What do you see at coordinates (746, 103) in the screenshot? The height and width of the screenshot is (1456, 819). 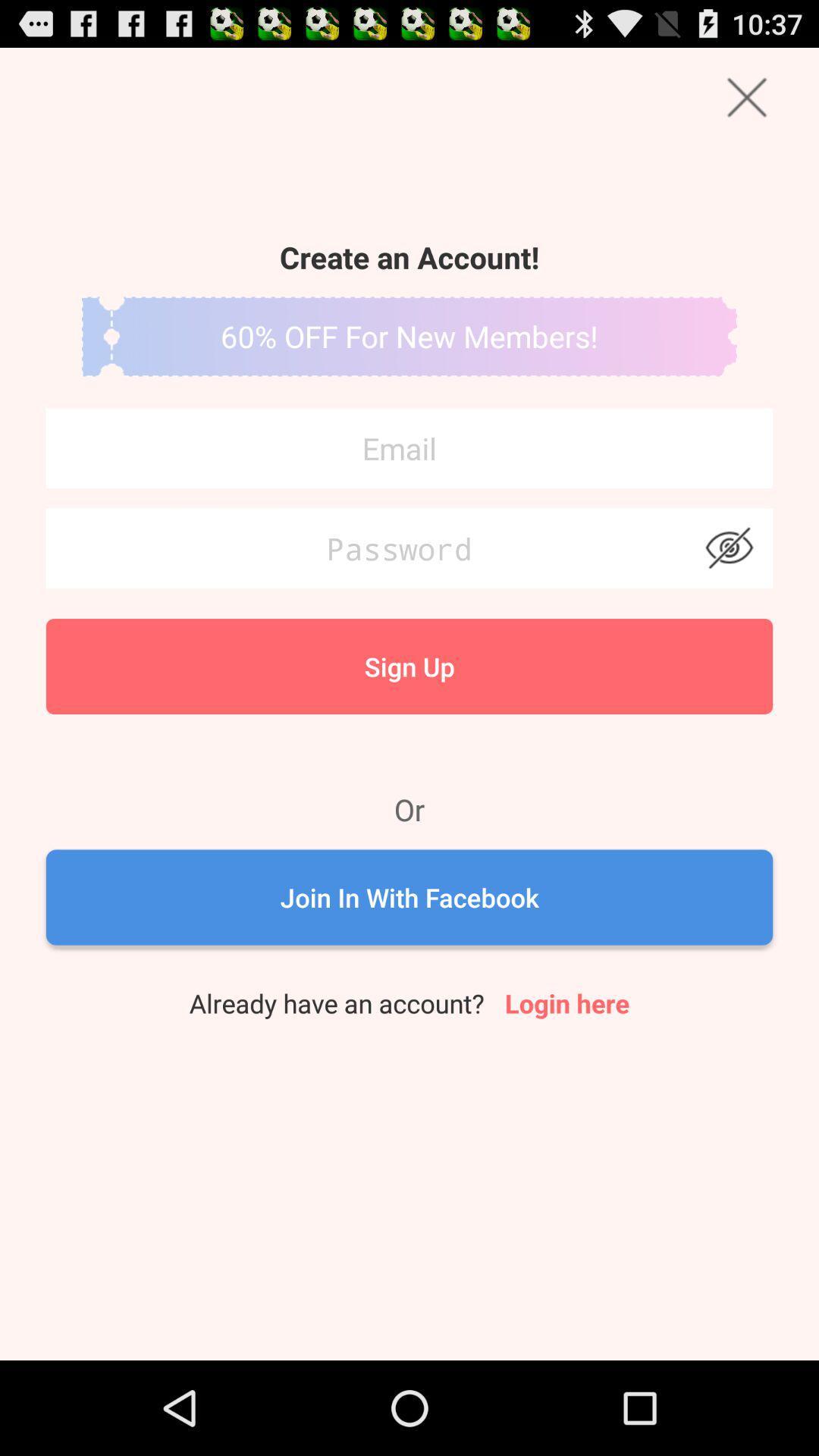 I see `the close icon` at bounding box center [746, 103].